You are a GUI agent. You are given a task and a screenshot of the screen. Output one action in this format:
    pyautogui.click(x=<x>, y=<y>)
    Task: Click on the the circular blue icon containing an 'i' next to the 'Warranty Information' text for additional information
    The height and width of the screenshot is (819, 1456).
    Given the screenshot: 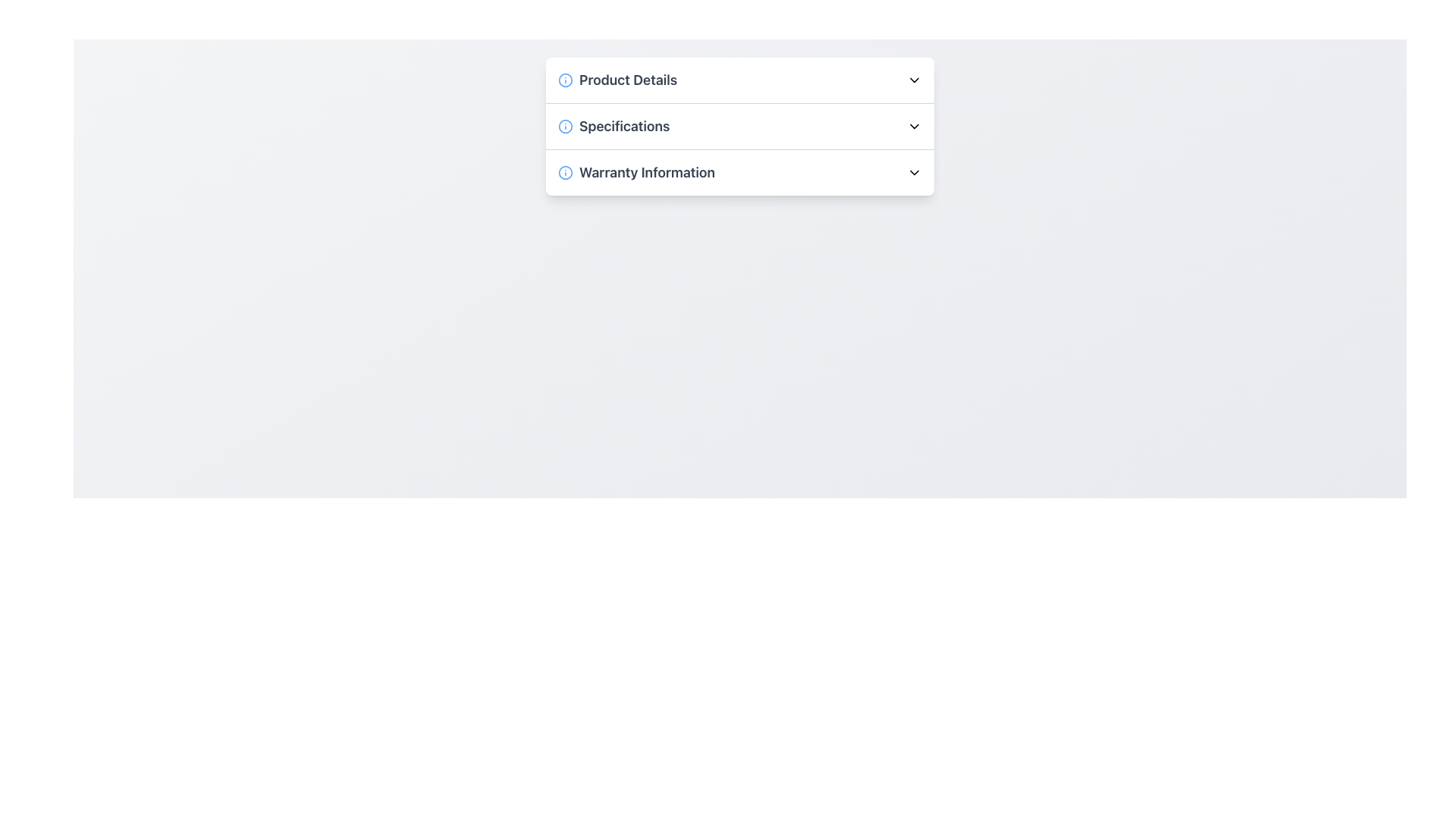 What is the action you would take?
    pyautogui.click(x=636, y=171)
    